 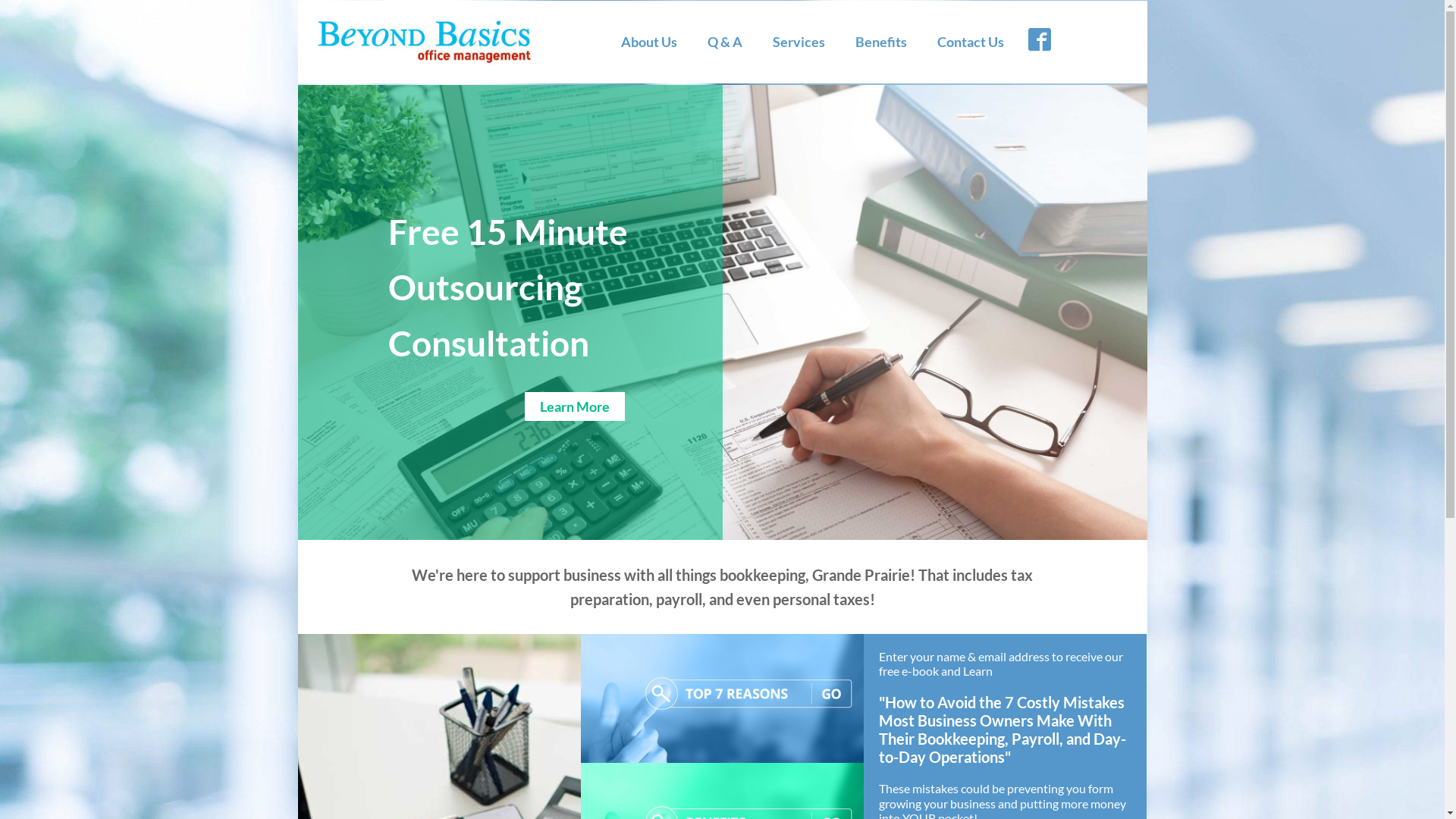 What do you see at coordinates (880, 41) in the screenshot?
I see `'Benefits'` at bounding box center [880, 41].